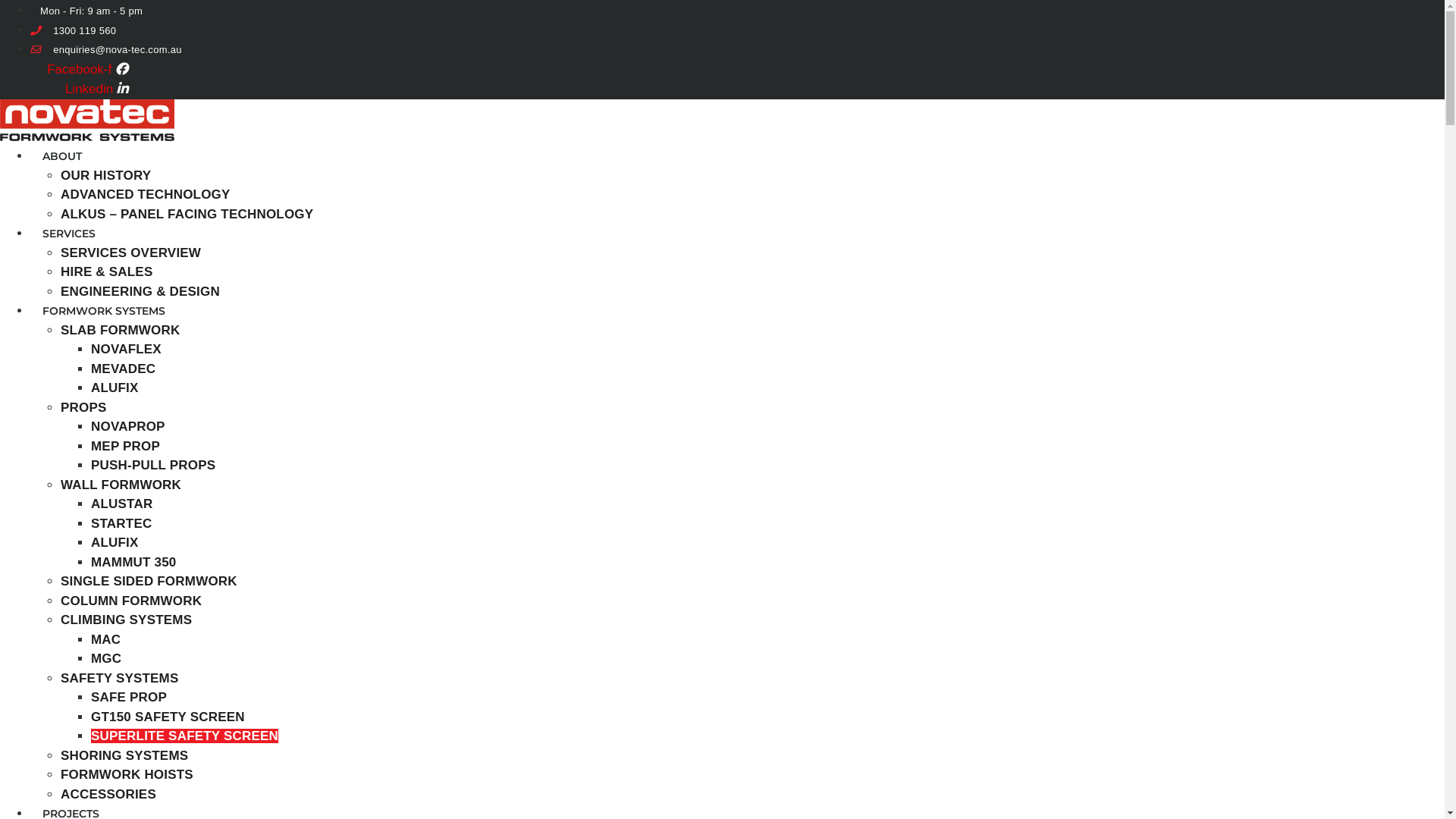 The image size is (1456, 819). What do you see at coordinates (68, 234) in the screenshot?
I see `'SERVICES'` at bounding box center [68, 234].